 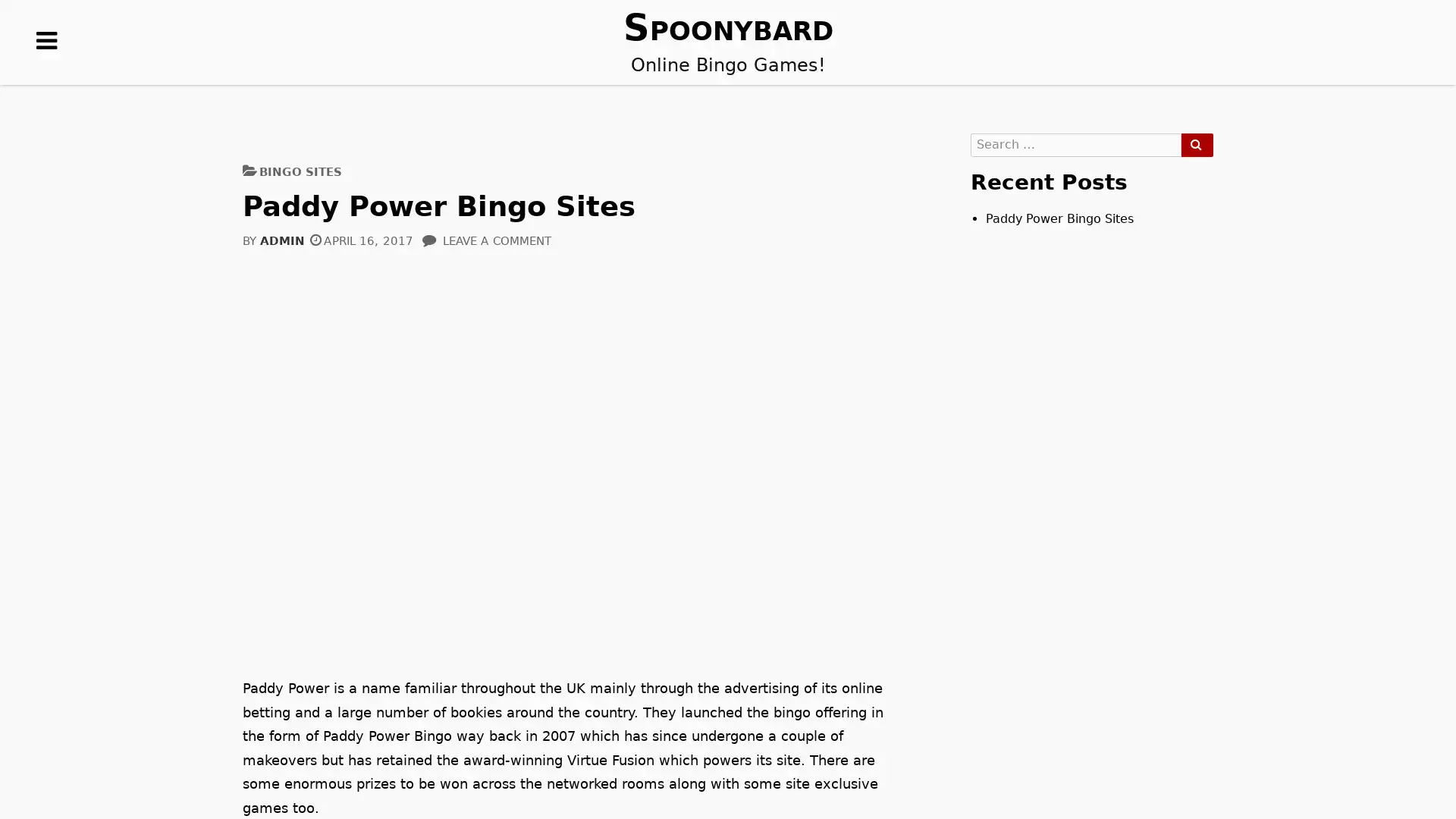 I want to click on SEARCH, so click(x=1196, y=145).